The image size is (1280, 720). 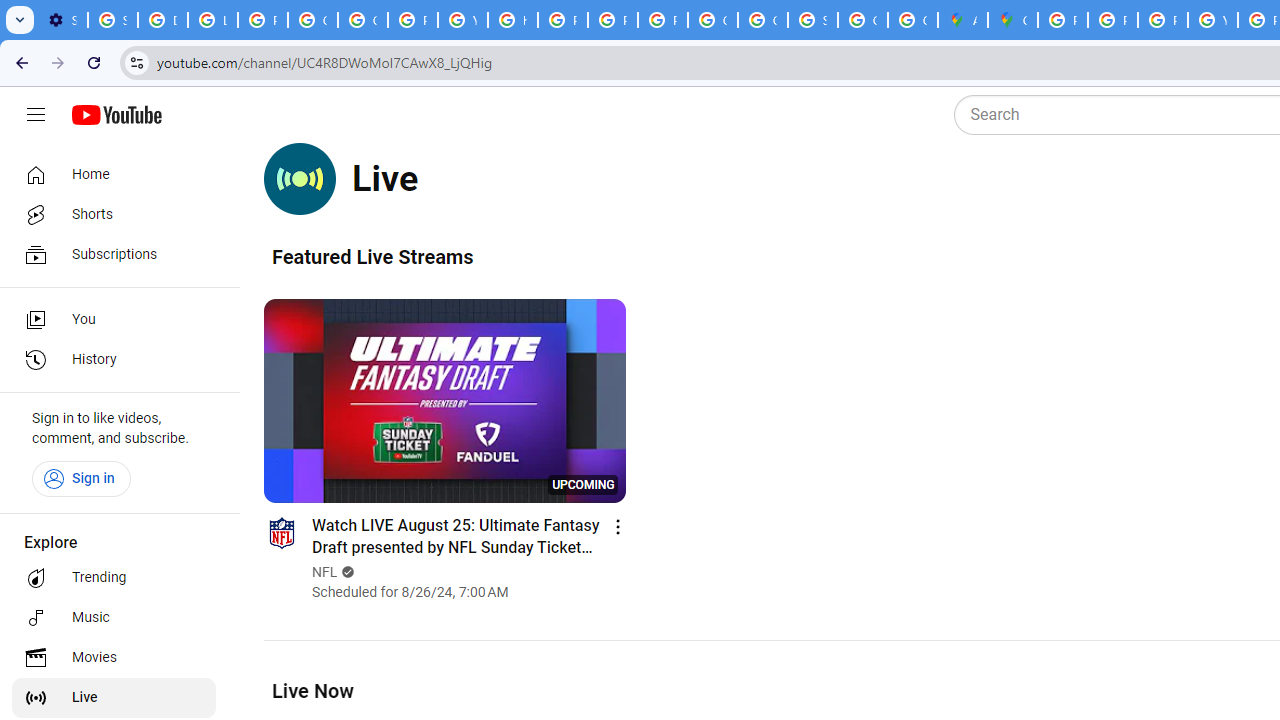 I want to click on 'Trending', so click(x=112, y=578).